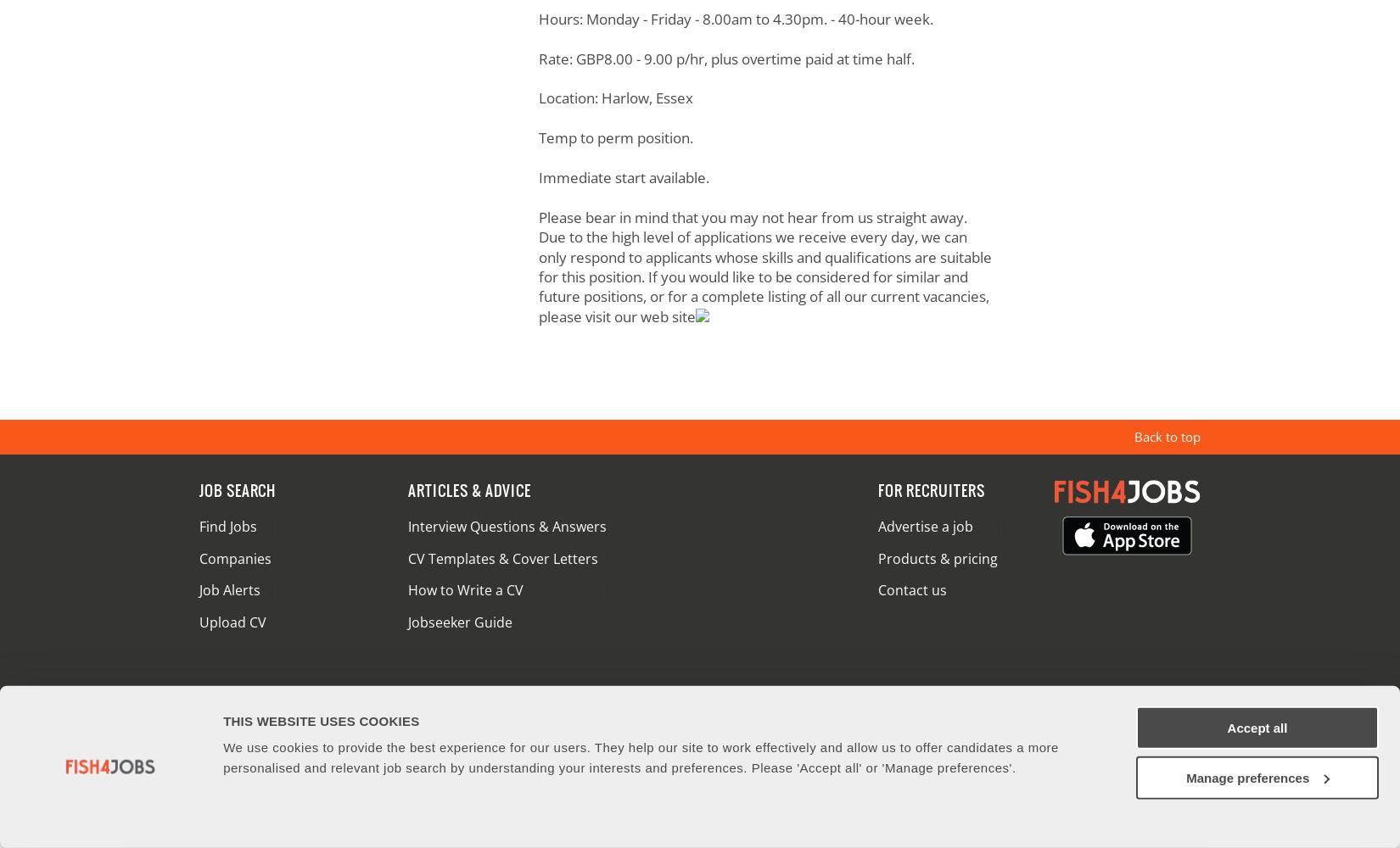 This screenshot has width=1400, height=848. What do you see at coordinates (468, 490) in the screenshot?
I see `'Articles & Advice'` at bounding box center [468, 490].